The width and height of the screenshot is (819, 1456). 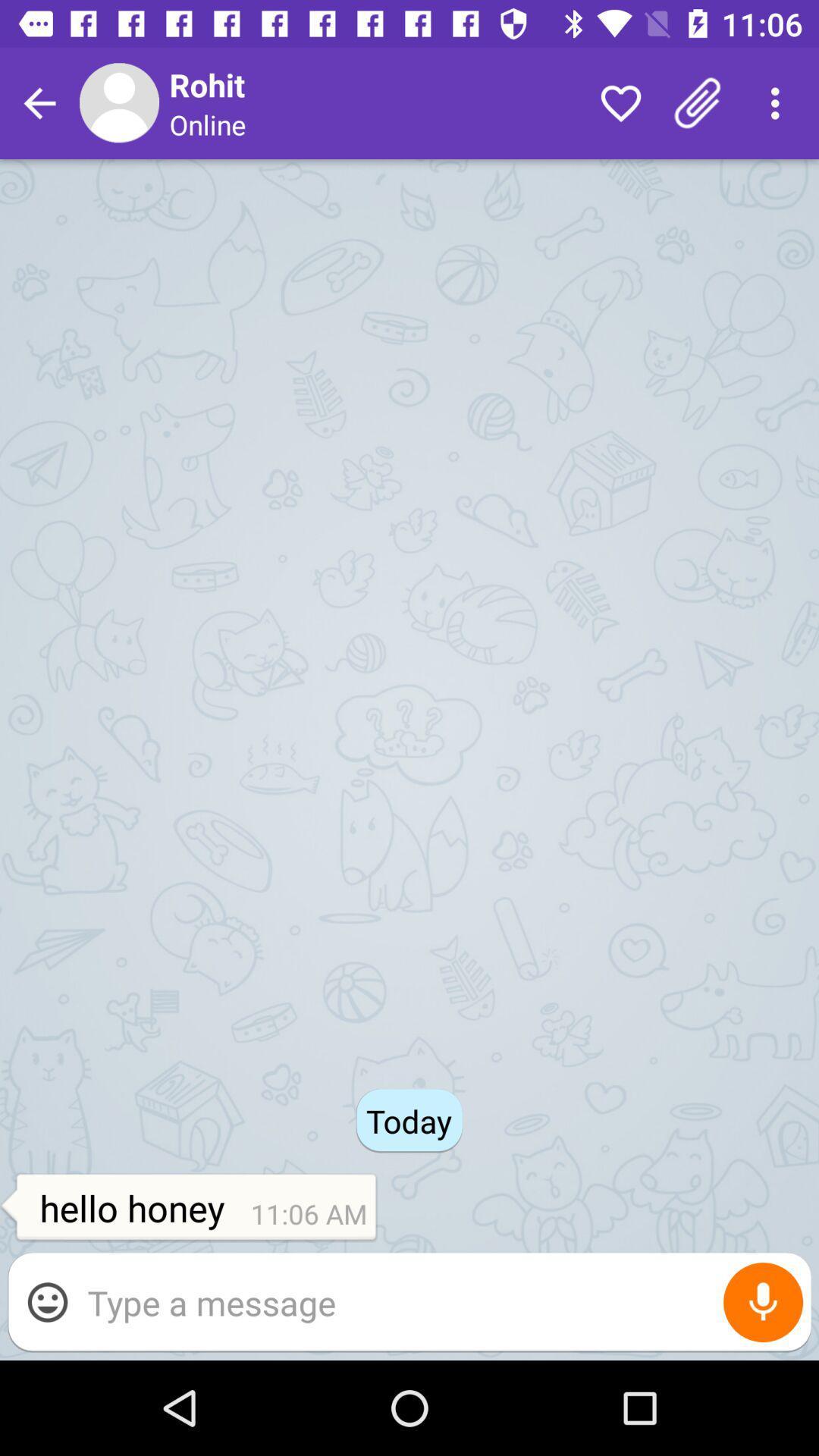 I want to click on the item above hello honey, so click(x=39, y=102).